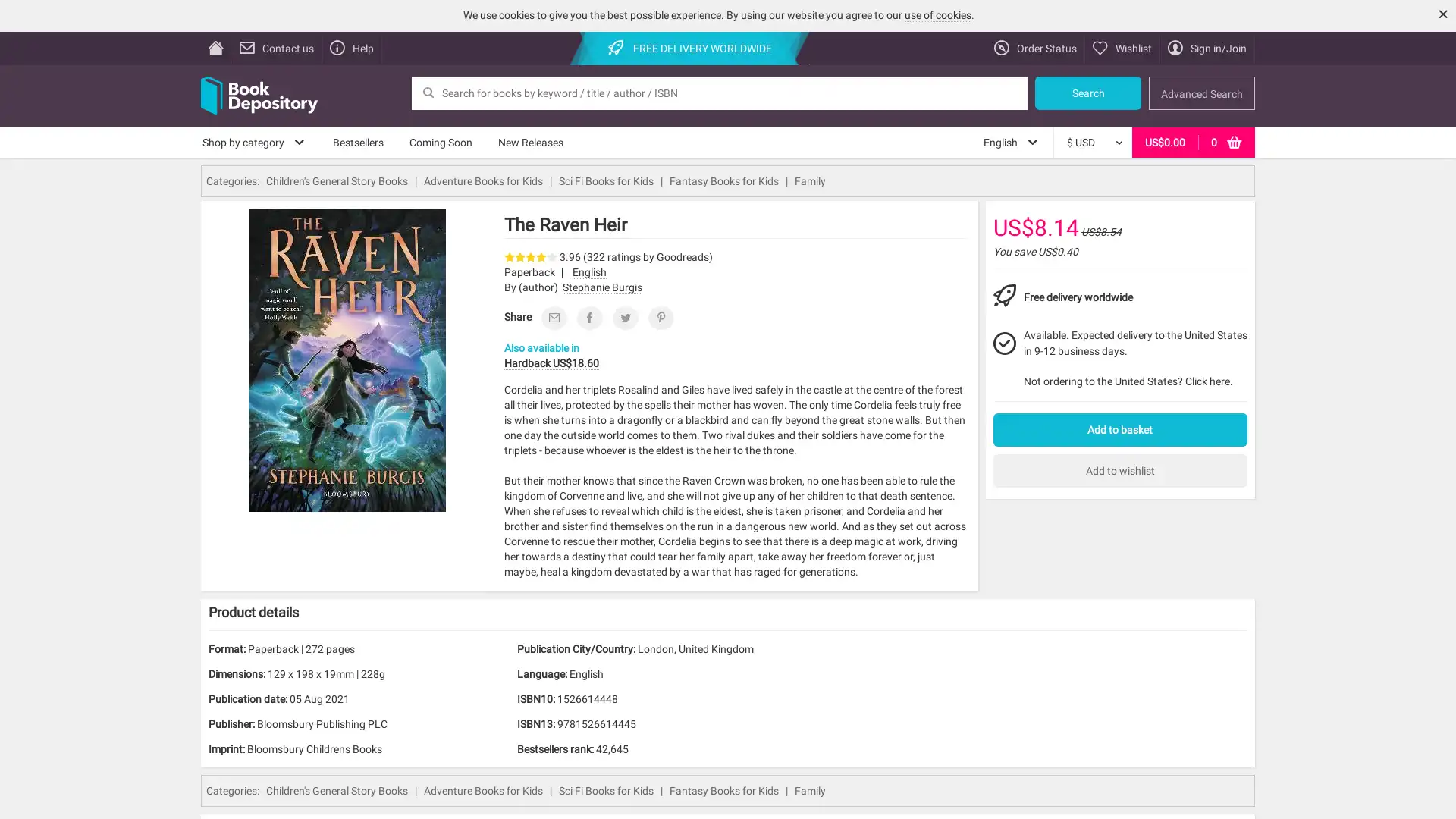 This screenshot has height=819, width=1456. I want to click on Search, so click(1087, 93).